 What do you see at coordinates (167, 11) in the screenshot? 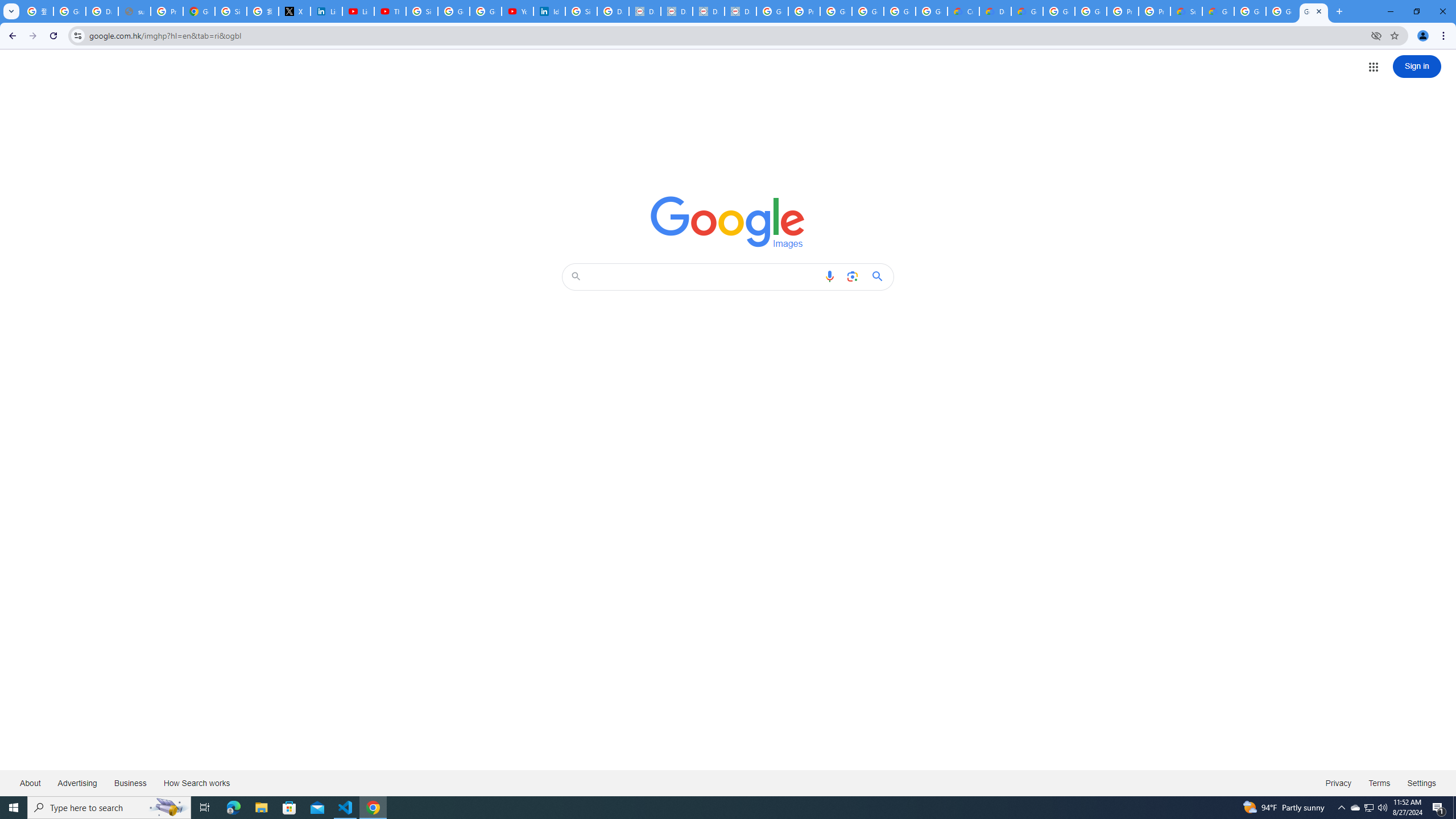
I see `'Privacy Help Center - Policies Help'` at bounding box center [167, 11].